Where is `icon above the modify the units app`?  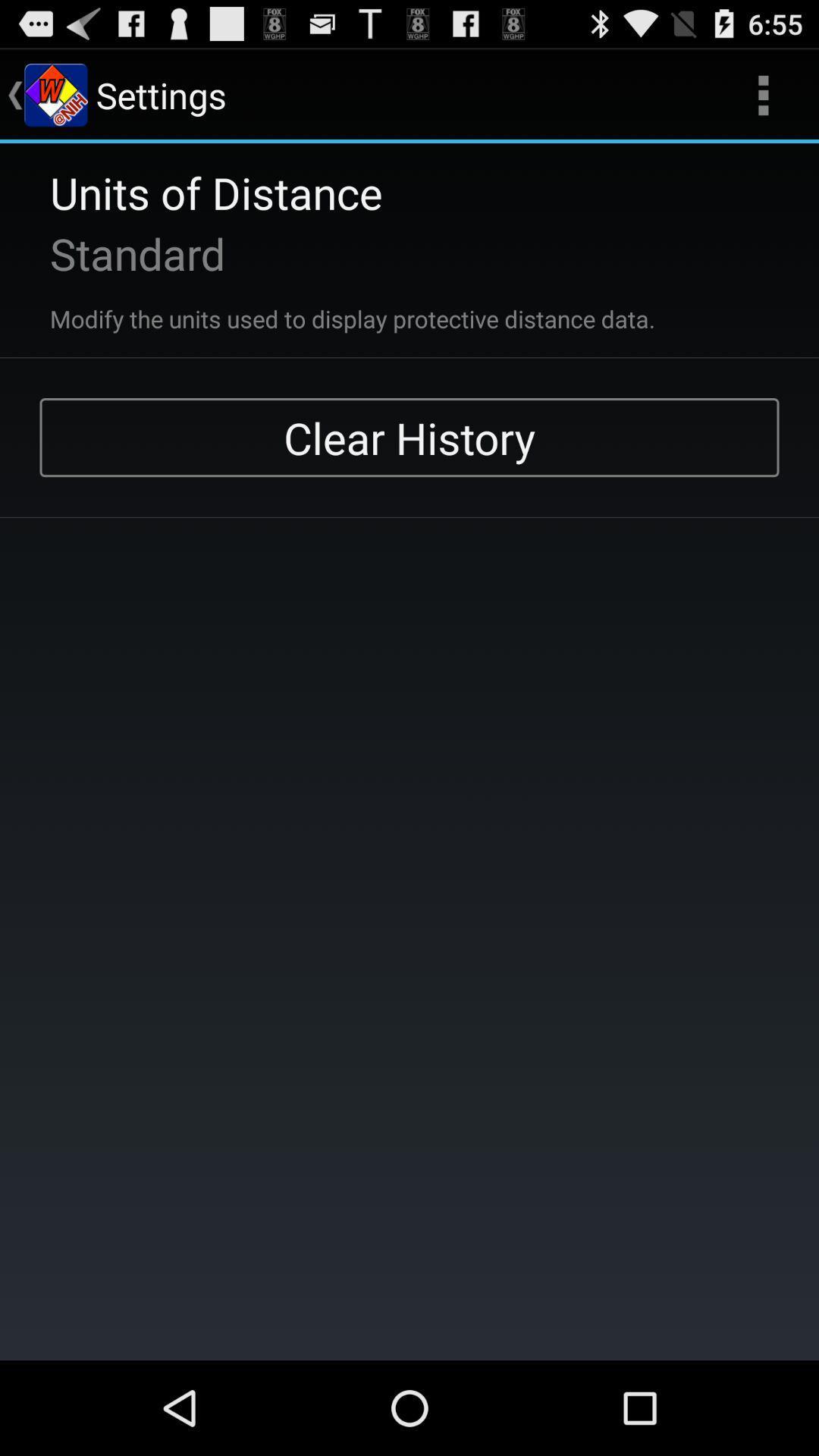
icon above the modify the units app is located at coordinates (117, 253).